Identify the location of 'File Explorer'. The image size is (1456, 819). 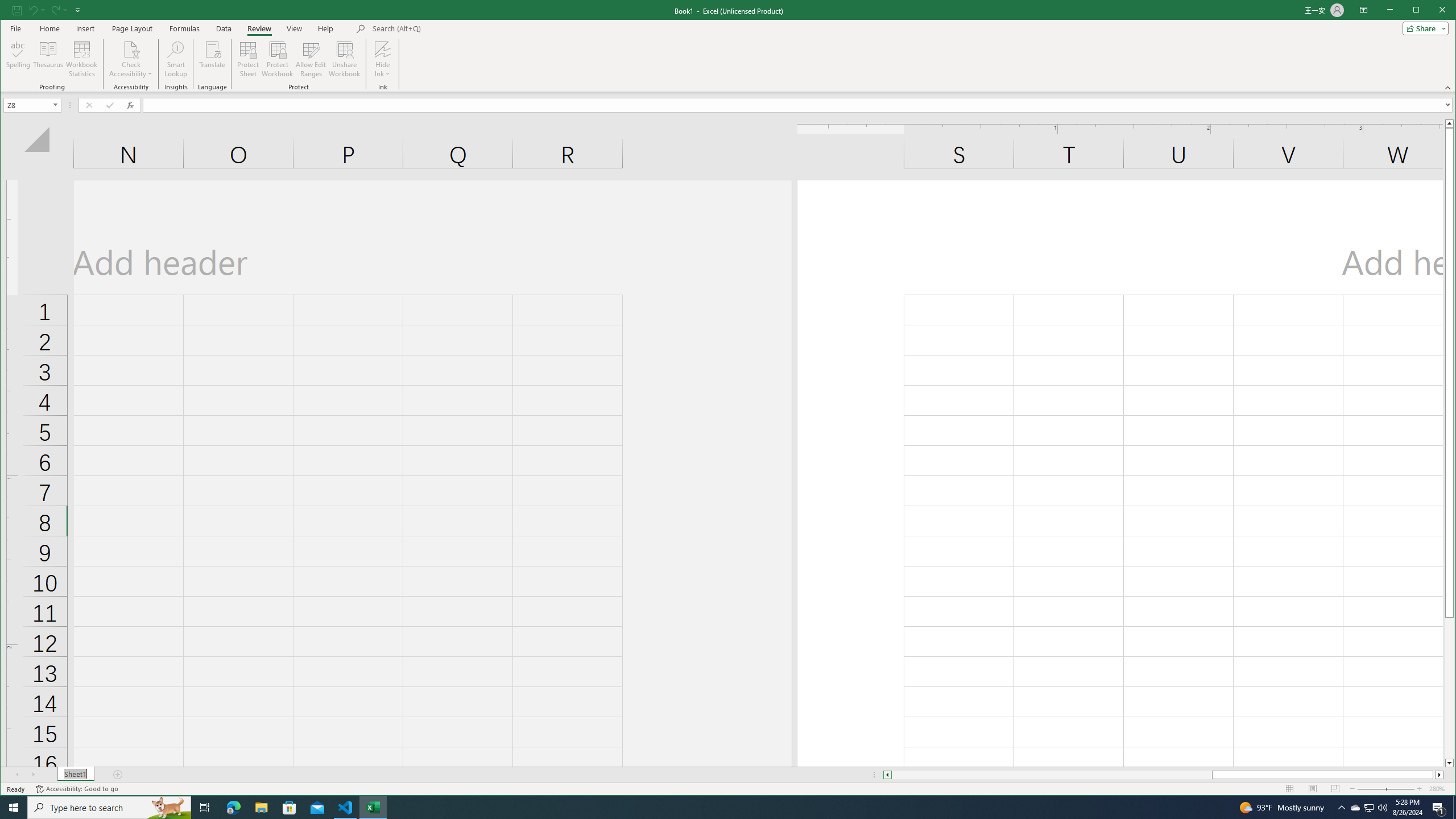
(260, 806).